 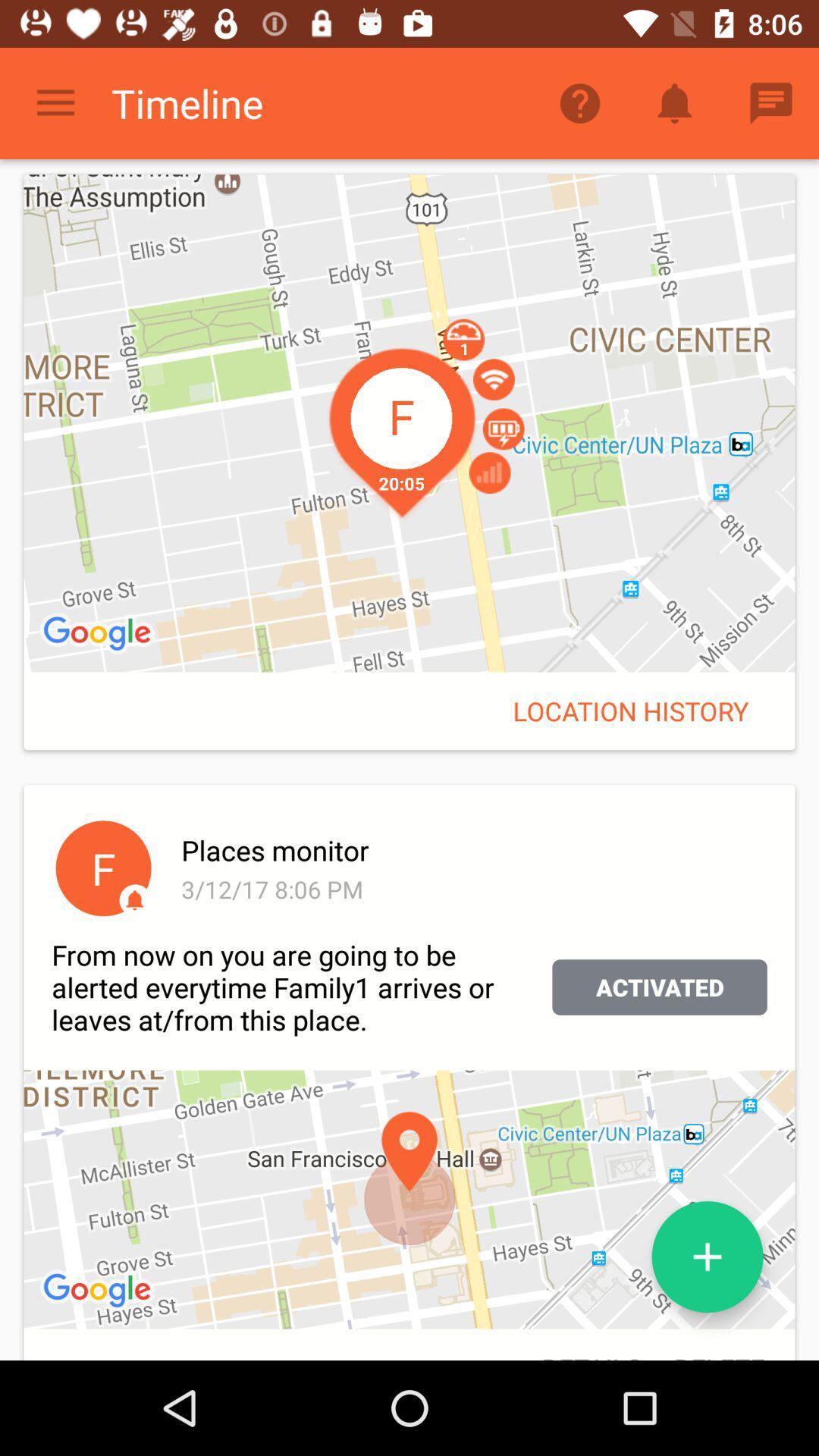 I want to click on the add icon, so click(x=708, y=1257).